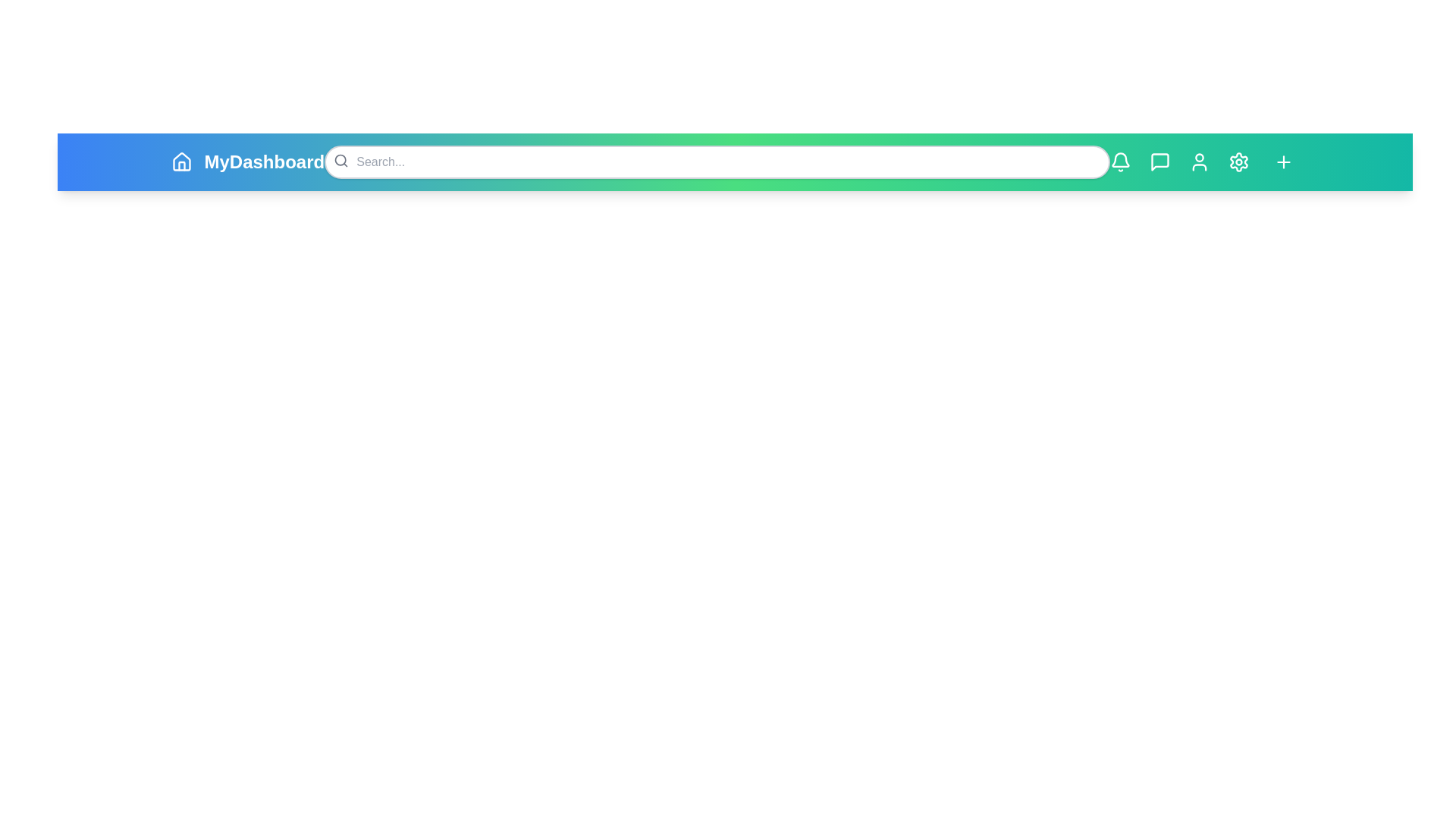  Describe the element at coordinates (1198, 162) in the screenshot. I see `the icon with User to view its hover effect` at that location.